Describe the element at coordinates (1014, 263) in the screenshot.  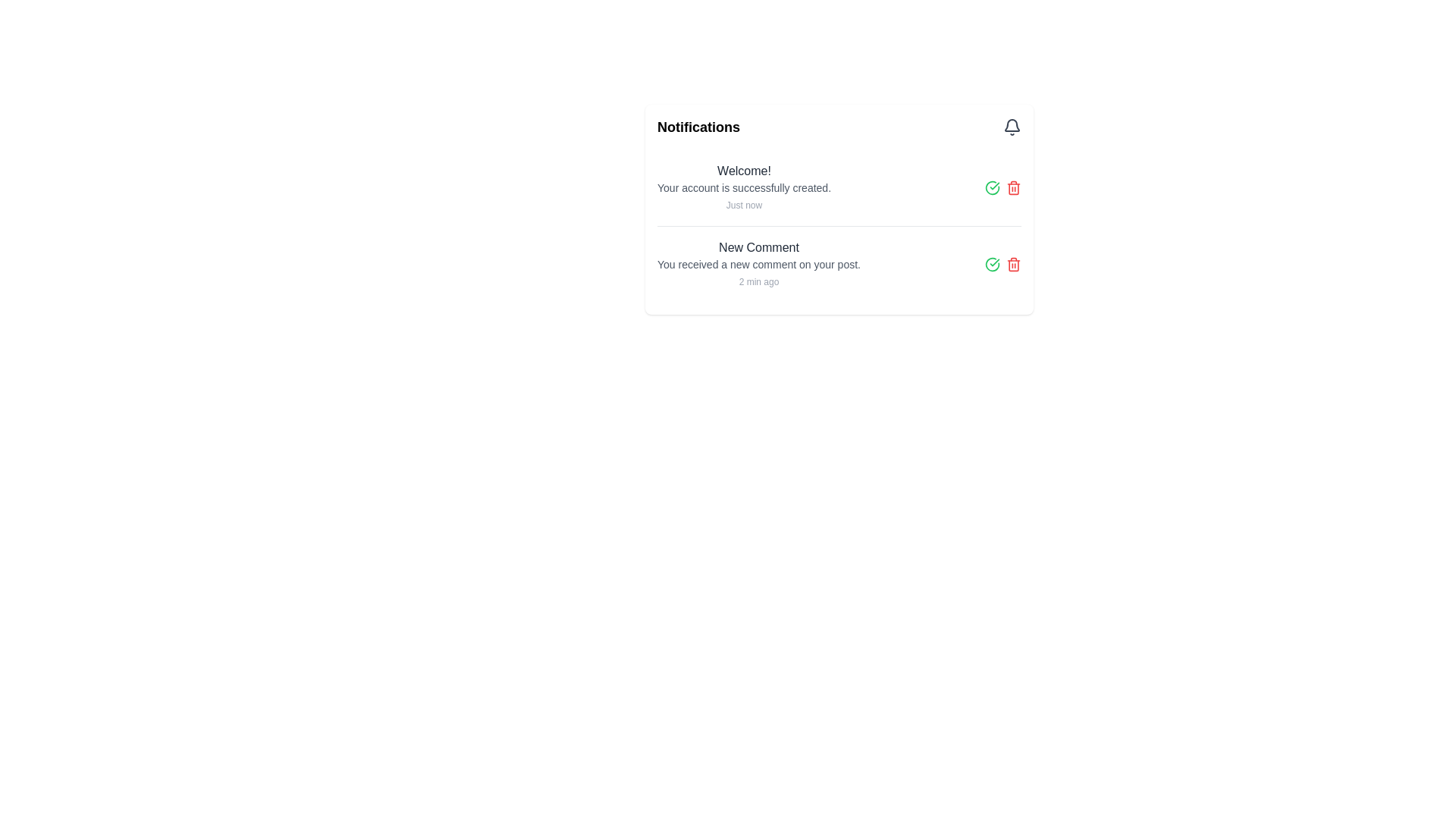
I see `the red trash bin icon, the second icon on the right side of the second notification item in a two-item notification list` at that location.